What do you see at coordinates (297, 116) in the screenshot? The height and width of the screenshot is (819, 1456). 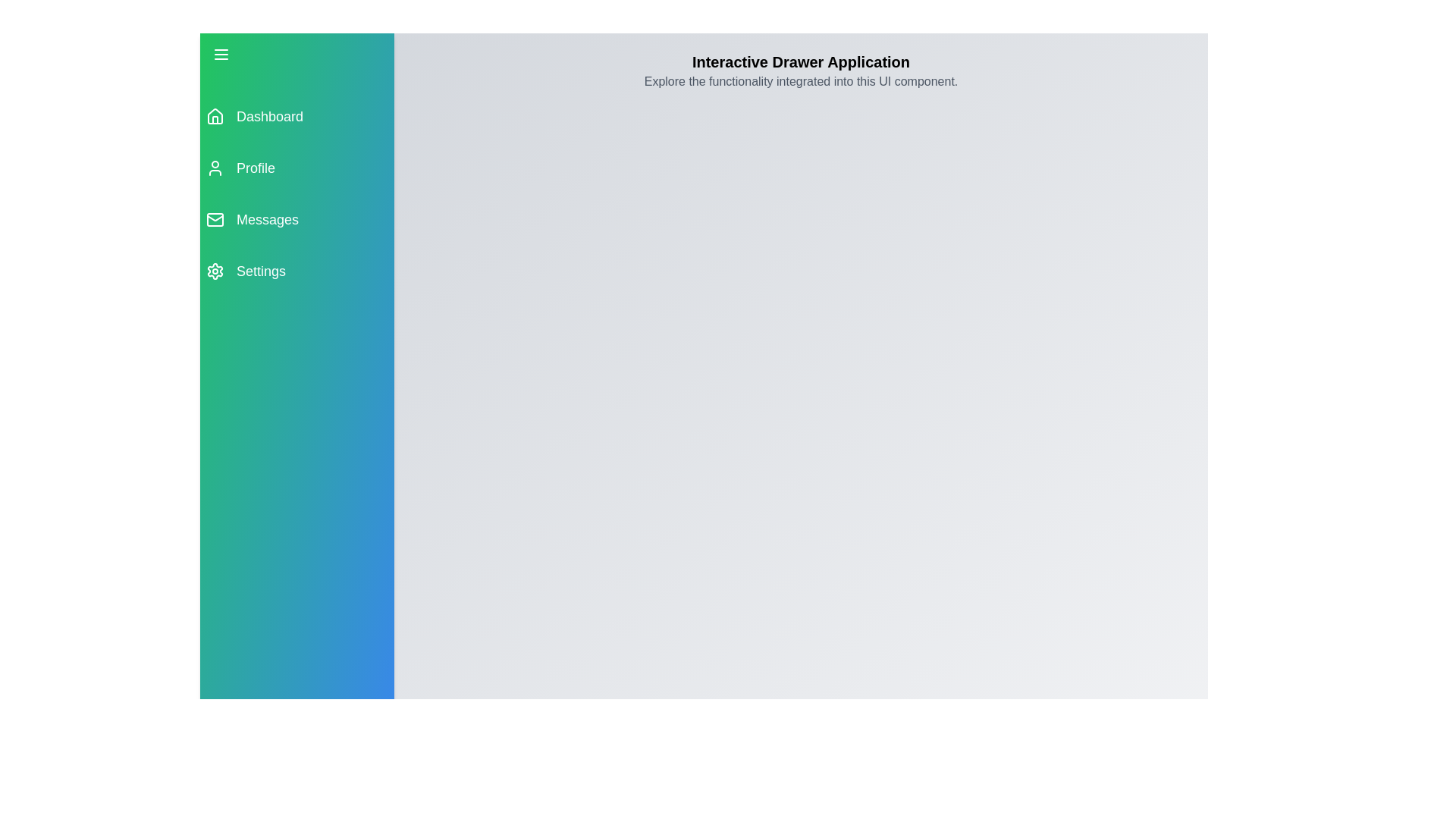 I see `the menu item labeled Dashboard` at bounding box center [297, 116].